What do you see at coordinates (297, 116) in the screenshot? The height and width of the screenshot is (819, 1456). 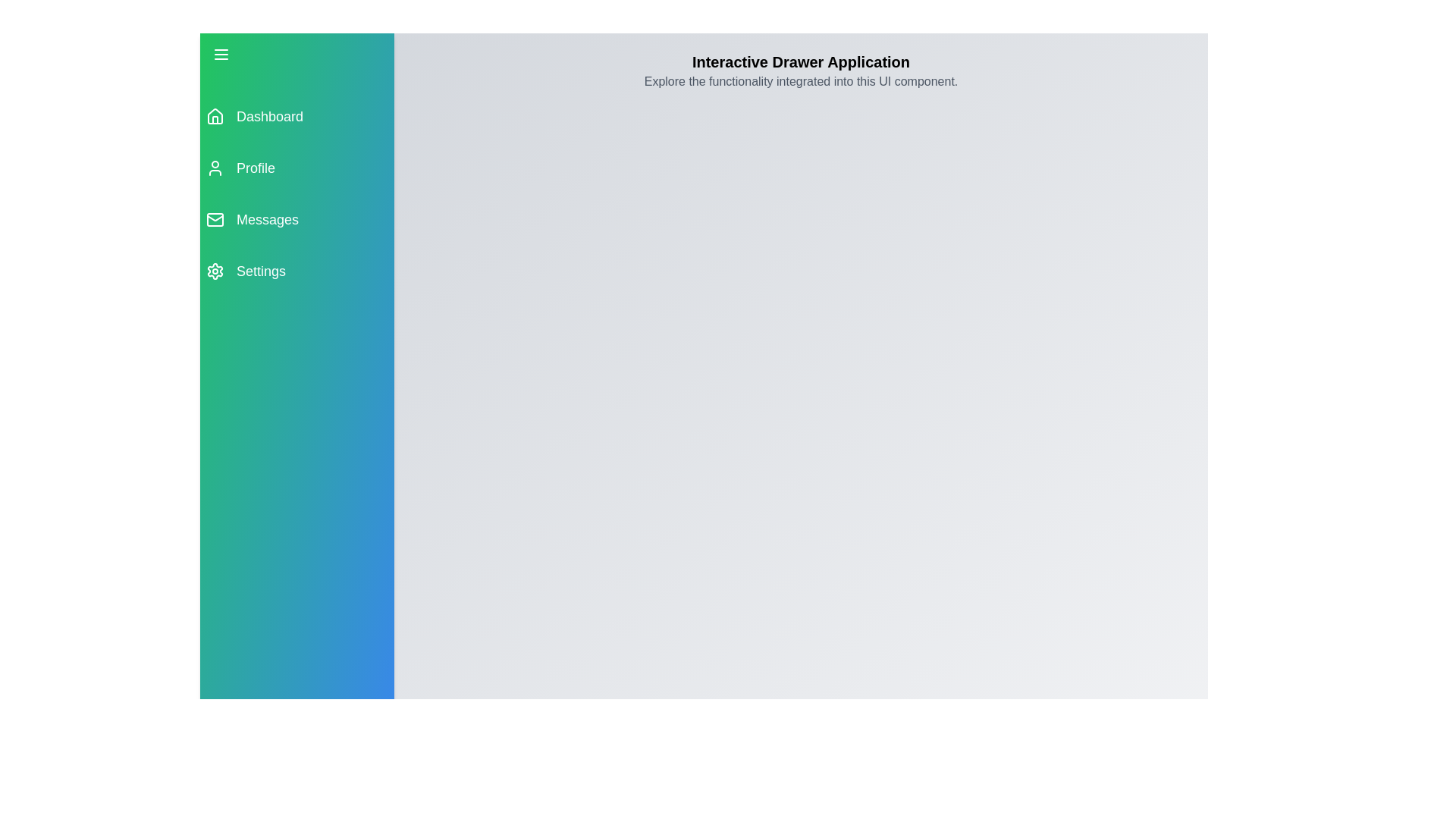 I see `the menu item labeled Dashboard` at bounding box center [297, 116].